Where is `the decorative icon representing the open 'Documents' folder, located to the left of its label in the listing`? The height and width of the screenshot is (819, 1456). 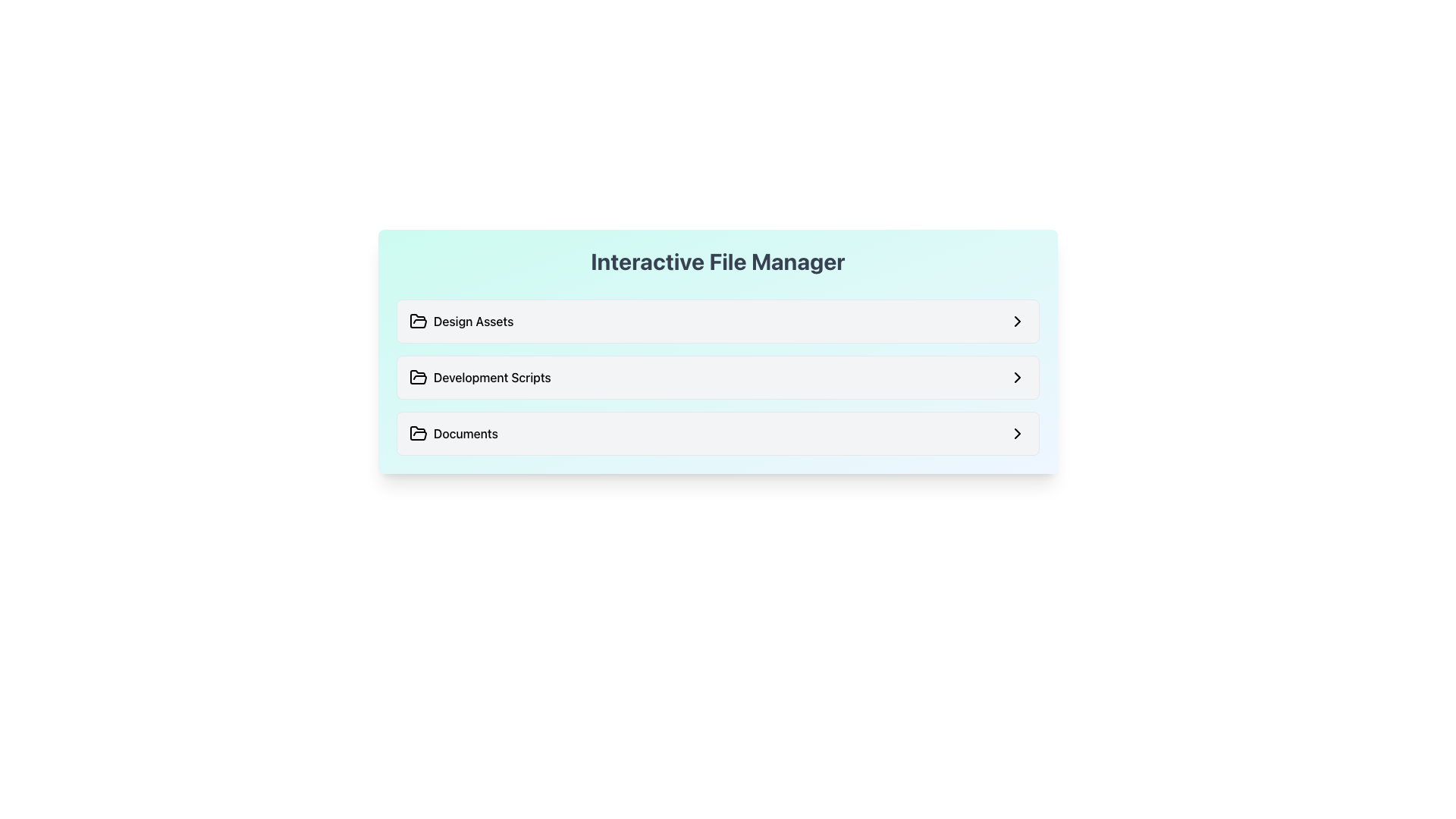 the decorative icon representing the open 'Documents' folder, located to the left of its label in the listing is located at coordinates (419, 433).